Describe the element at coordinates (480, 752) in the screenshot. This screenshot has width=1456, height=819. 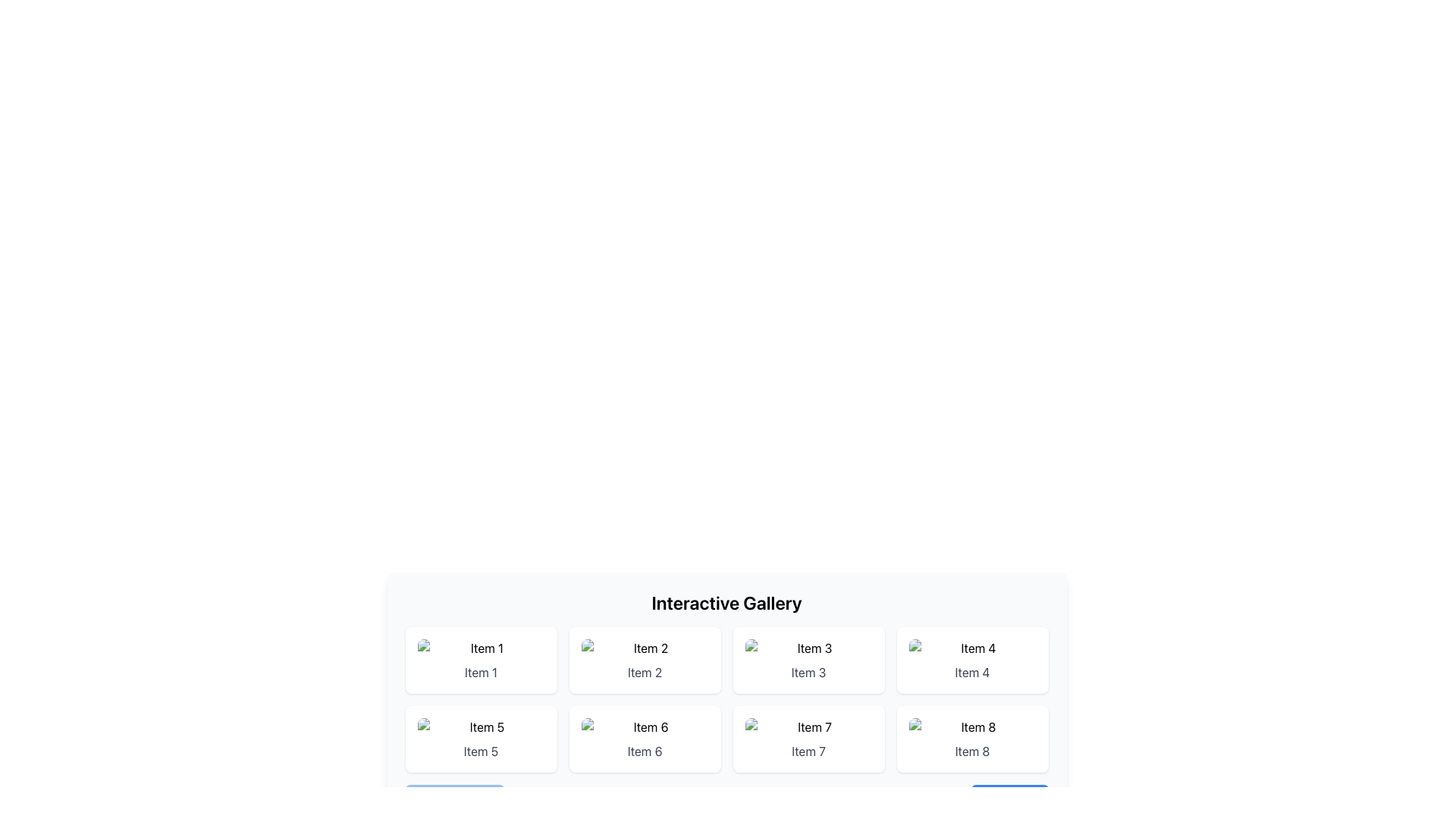
I see `the text label displaying 'Item 5', which is centered below an image in a white rounded rectangle with a shadow, located in the second row and first column of the grid layout` at that location.